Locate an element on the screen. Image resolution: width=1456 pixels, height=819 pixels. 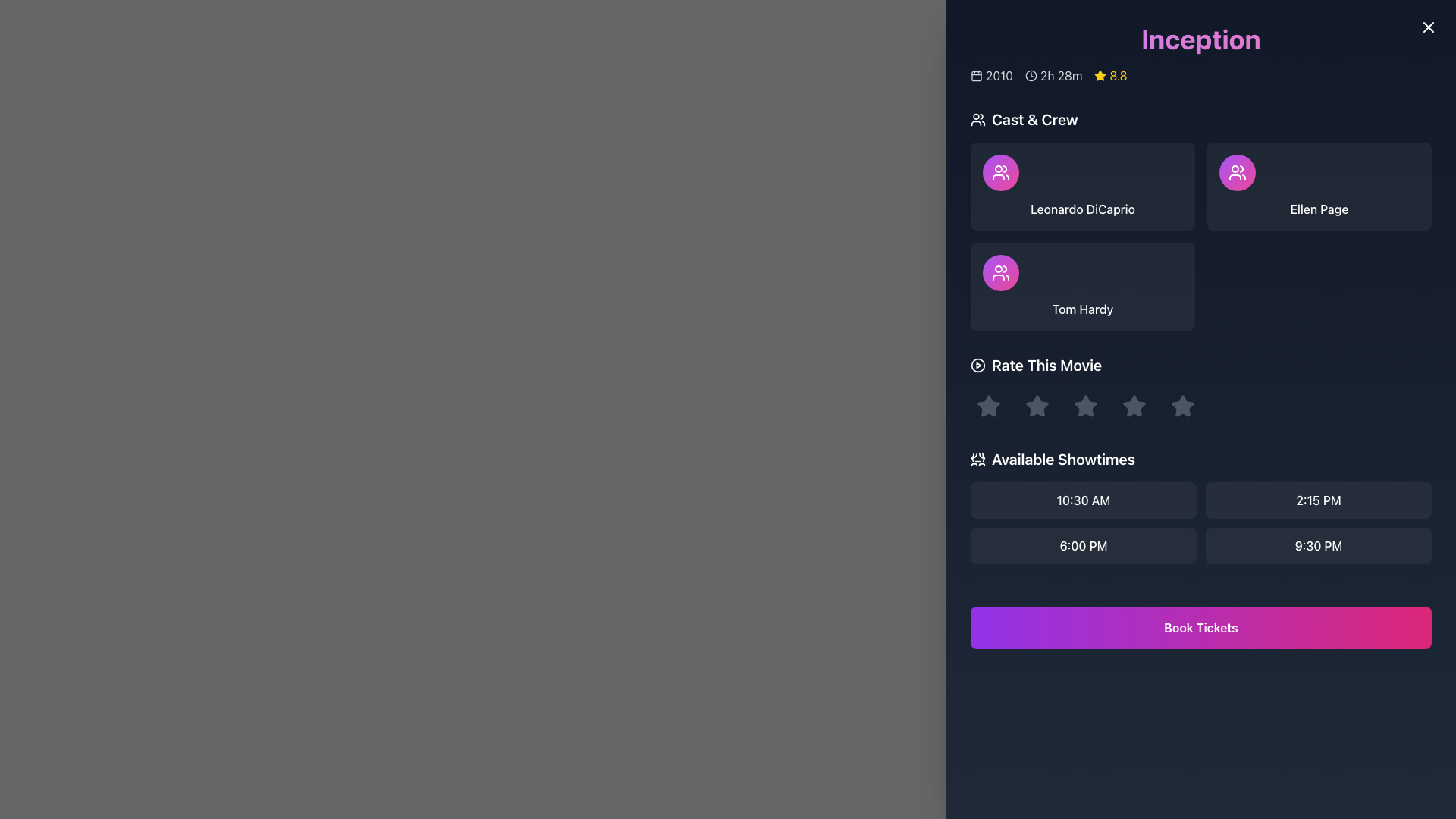
the 'Book Tickets' button is located at coordinates (1200, 628).